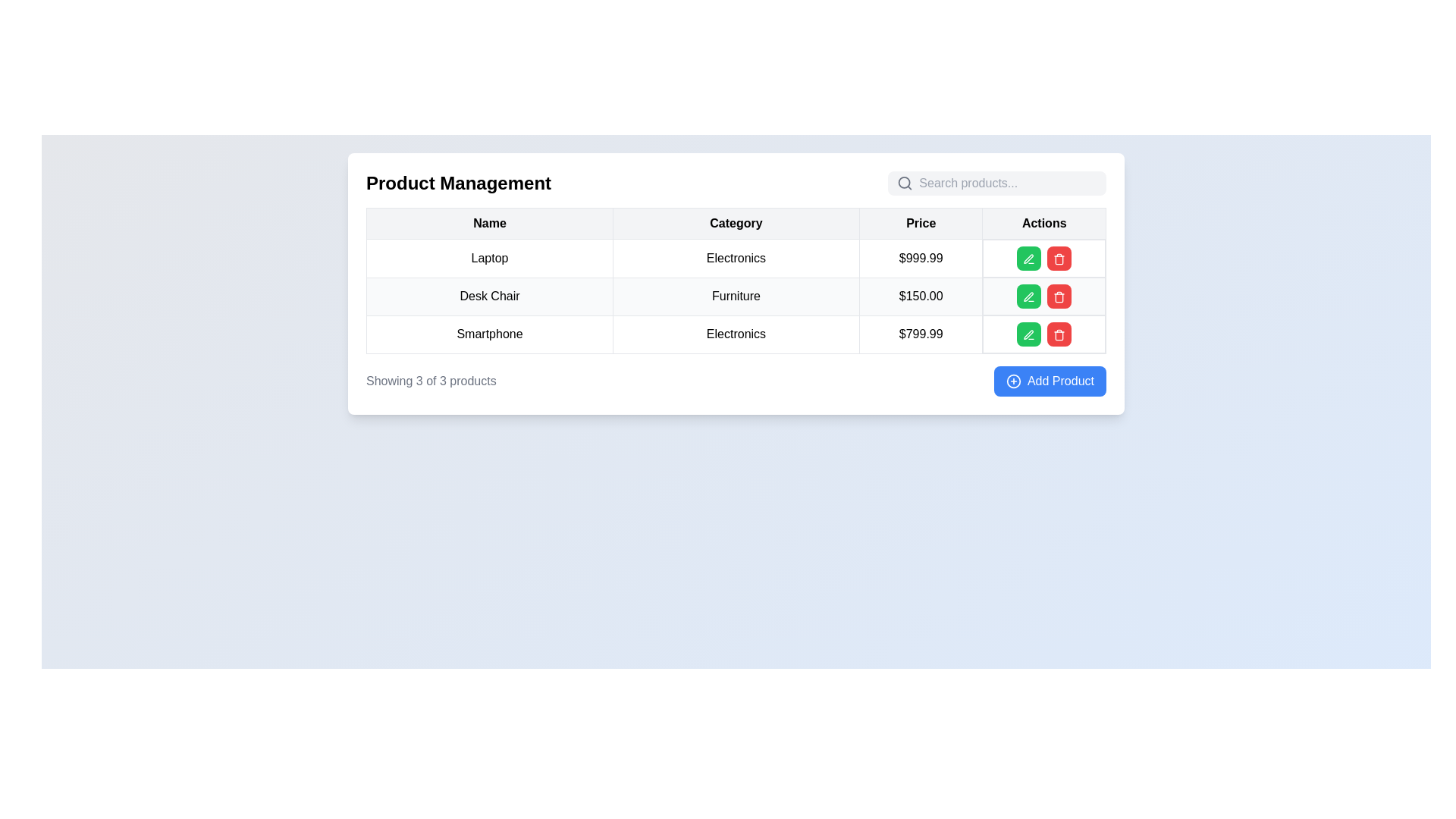 The height and width of the screenshot is (819, 1456). What do you see at coordinates (1058, 257) in the screenshot?
I see `the red trash icon in the 'Actions' column of the third row of the table to initiate a delete action` at bounding box center [1058, 257].